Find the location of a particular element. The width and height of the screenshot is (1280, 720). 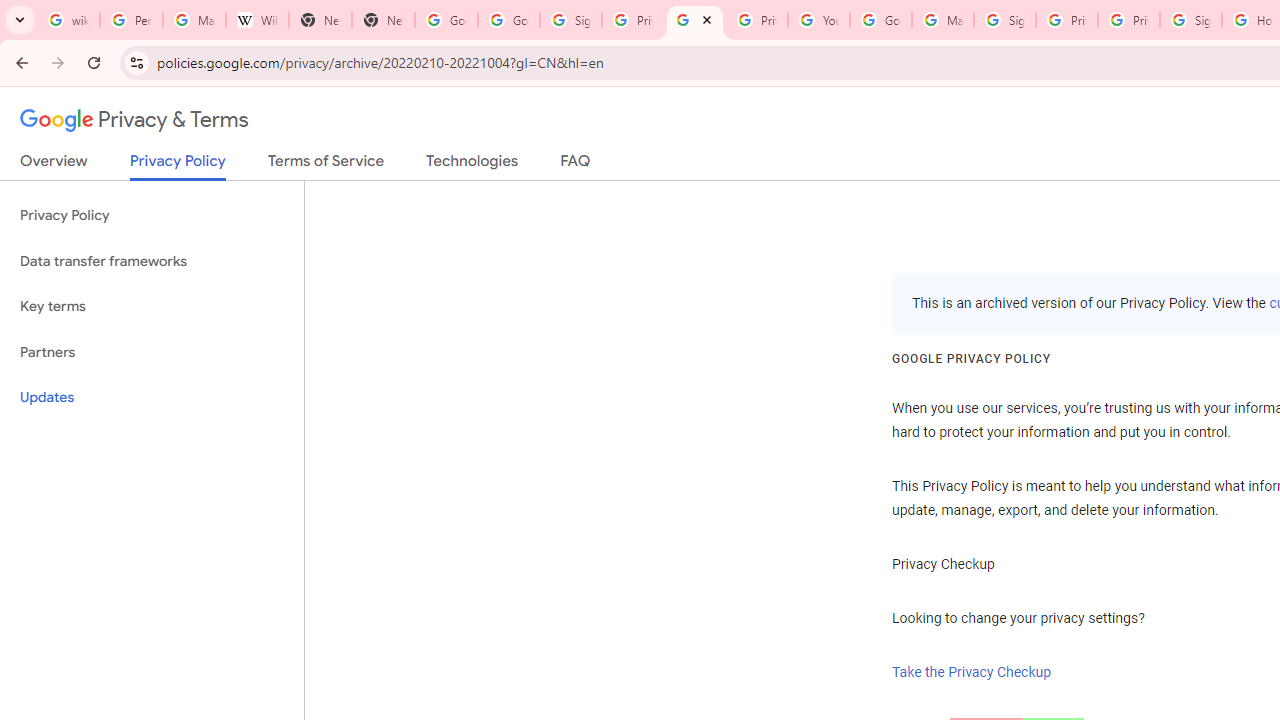

'New Tab' is located at coordinates (320, 20).